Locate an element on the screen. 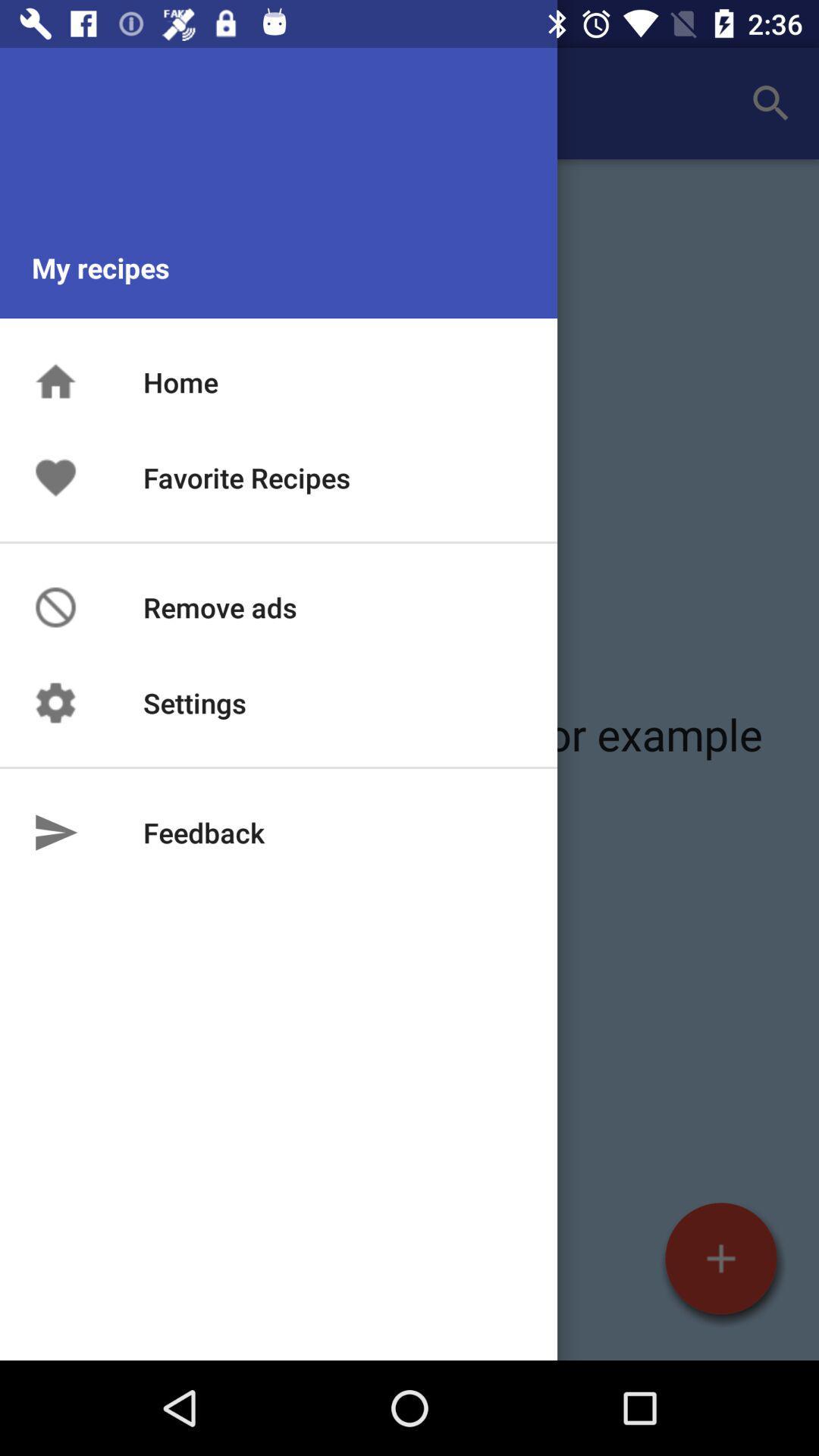 The width and height of the screenshot is (819, 1456). the add icon is located at coordinates (720, 1258).